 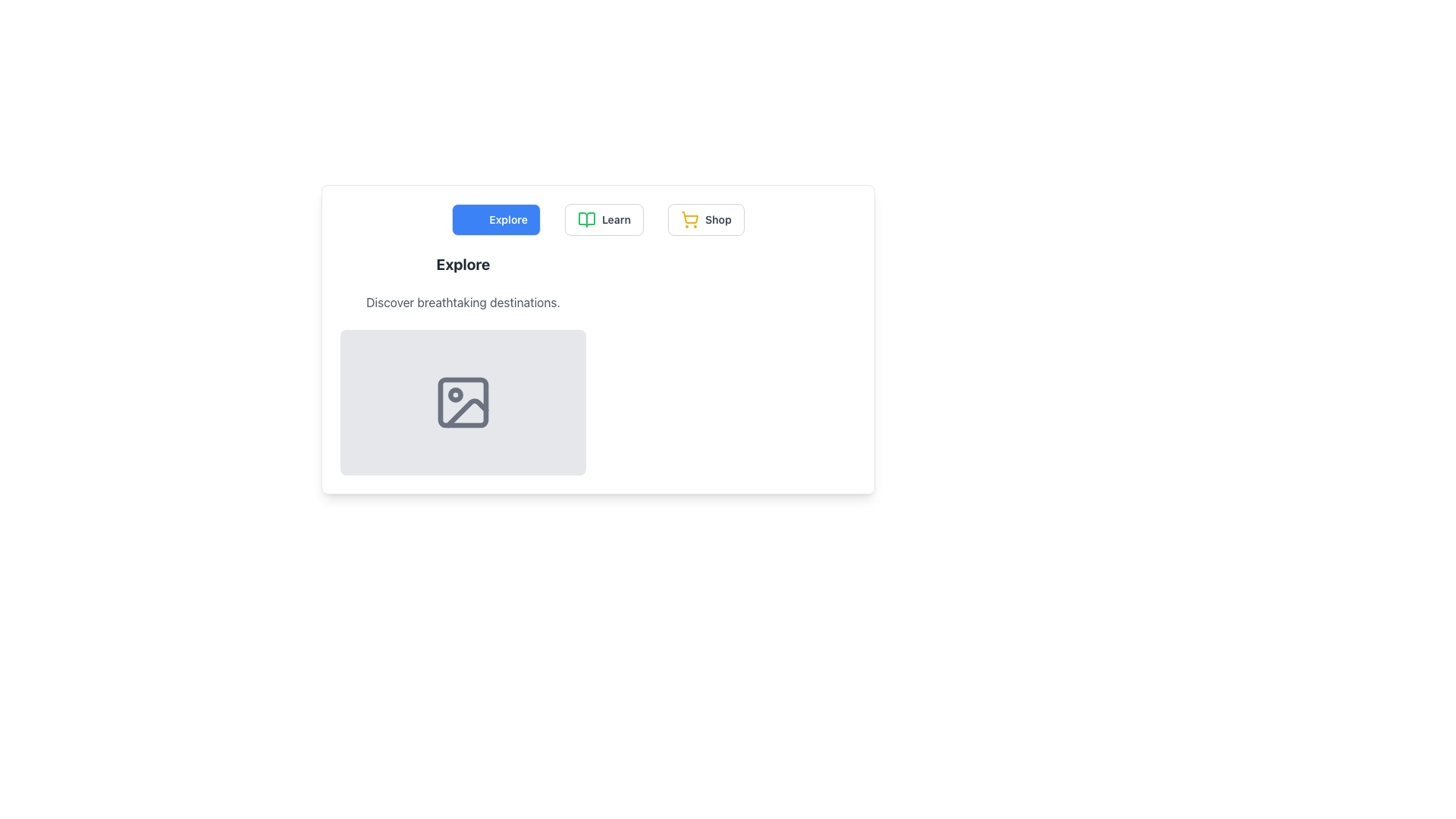 What do you see at coordinates (689, 219) in the screenshot?
I see `the yellow shopping cart icon with a minimalist design, located in the 'Shop' button group on the right-most side of the navigation bar` at bounding box center [689, 219].